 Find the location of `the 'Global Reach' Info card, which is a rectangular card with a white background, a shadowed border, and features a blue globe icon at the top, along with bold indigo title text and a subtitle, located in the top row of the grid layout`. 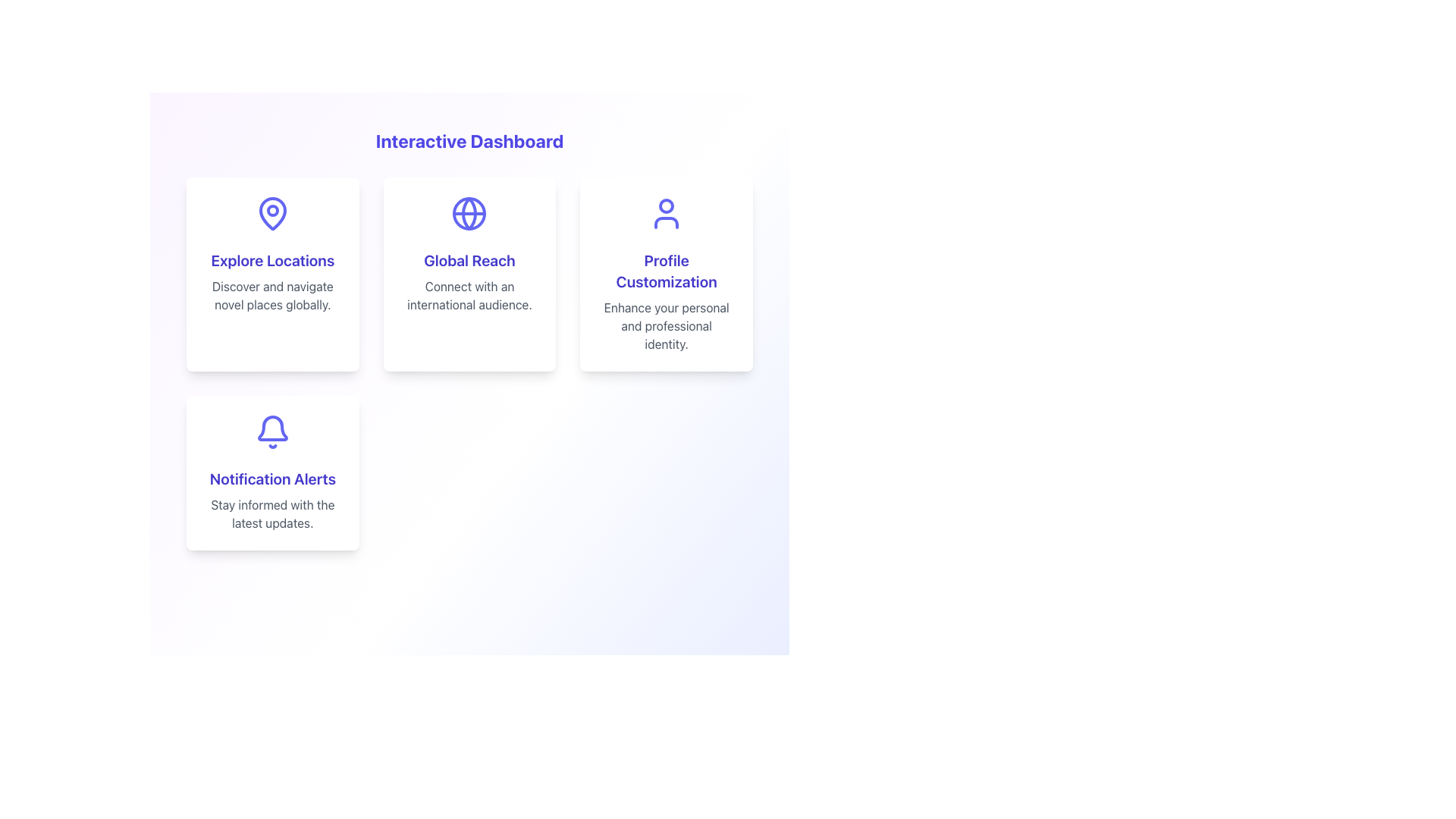

the 'Global Reach' Info card, which is a rectangular card with a white background, a shadowed border, and features a blue globe icon at the top, along with bold indigo title text and a subtitle, located in the top row of the grid layout is located at coordinates (469, 275).